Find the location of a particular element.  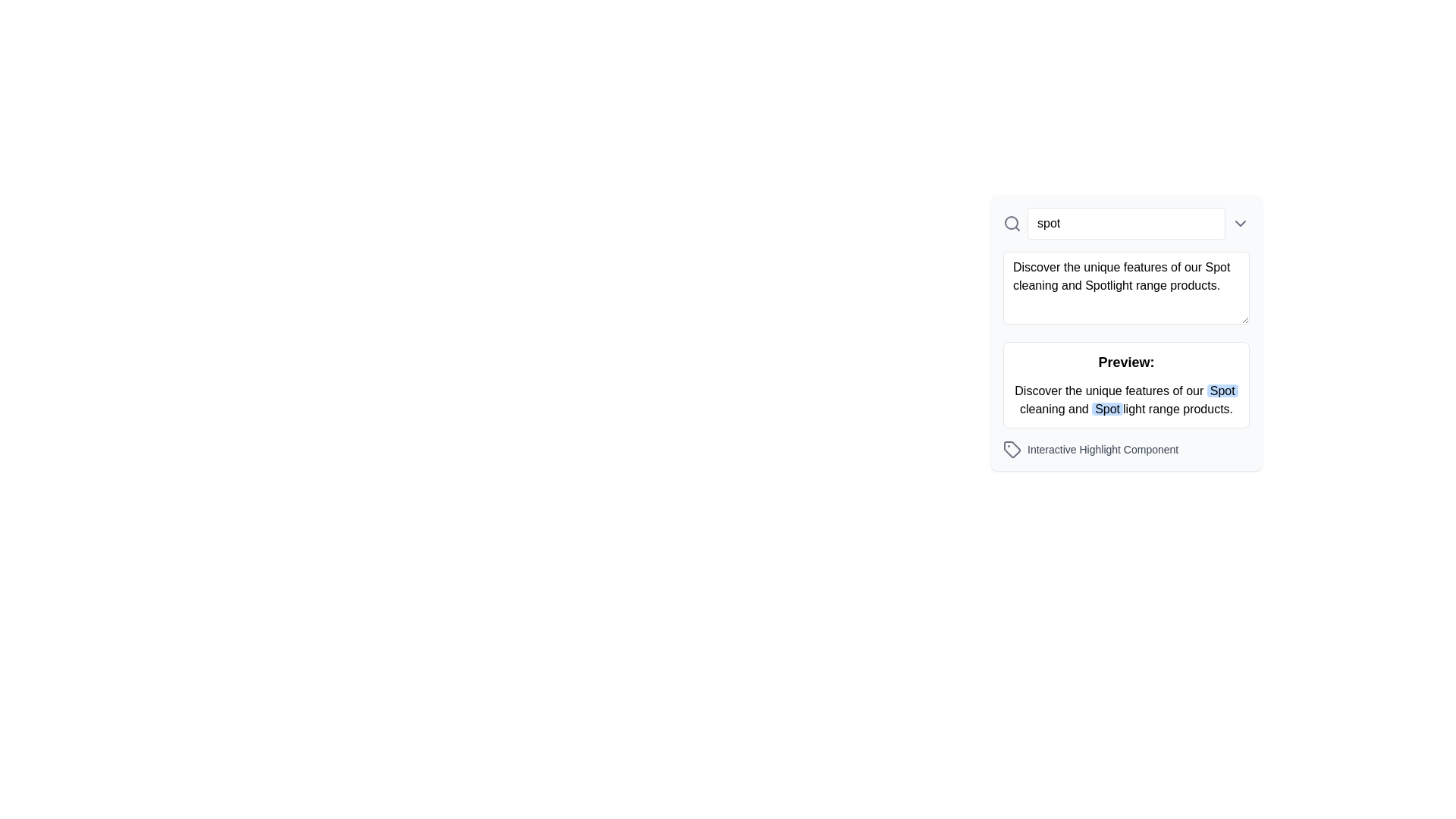

the downward chevron icon located to the right of the 'Enter search keyword' text input box is located at coordinates (1241, 223).